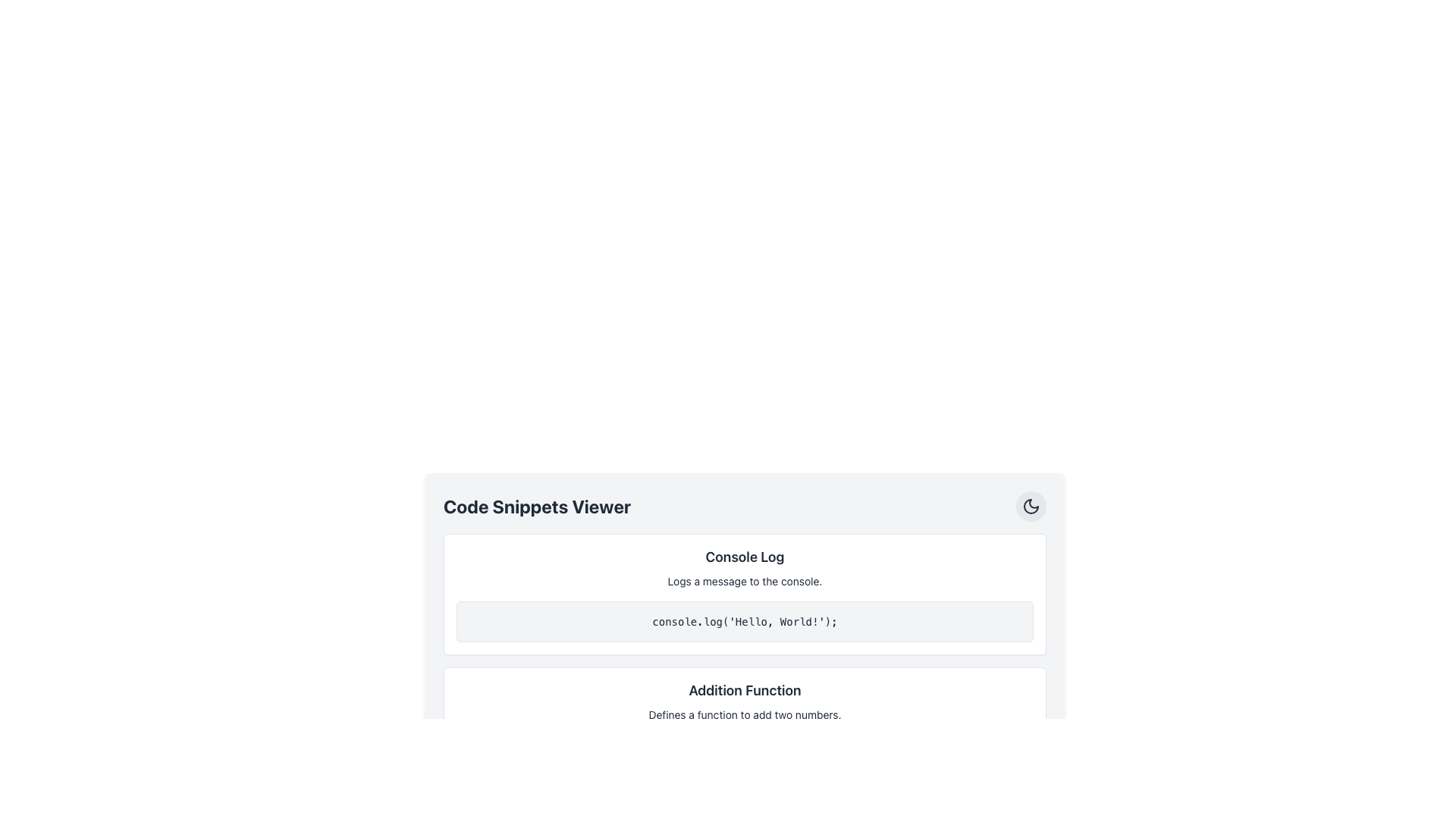 The width and height of the screenshot is (1456, 819). I want to click on the toggle button for light or dark mode located on the far right side of the header area, adjacent to the title 'Code Snippets Viewer', so click(1031, 506).